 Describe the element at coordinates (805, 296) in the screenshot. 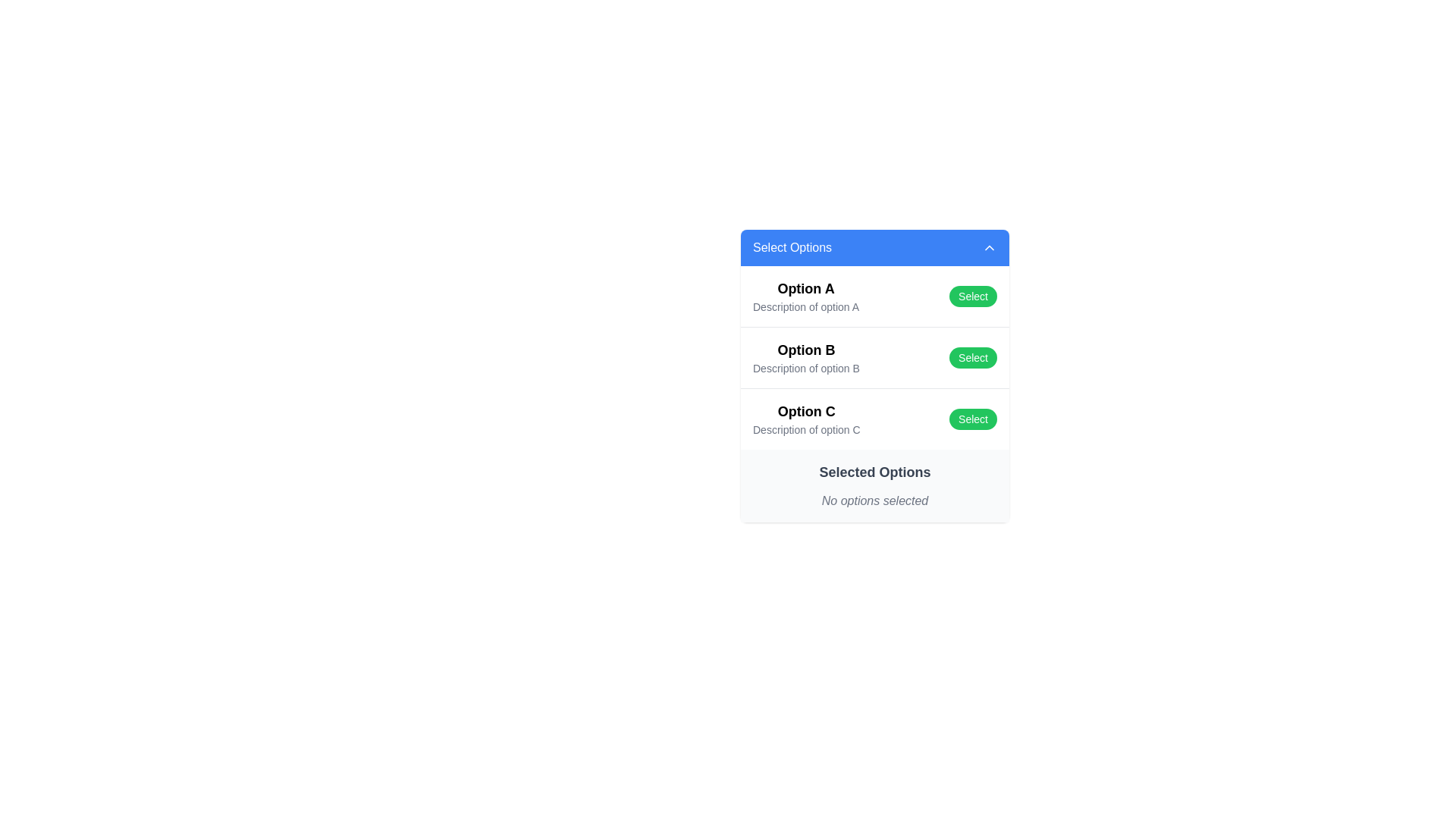

I see `the first informational block titled 'Option A' with a description 'Description of option A', located under the 'Select Options' header` at that location.